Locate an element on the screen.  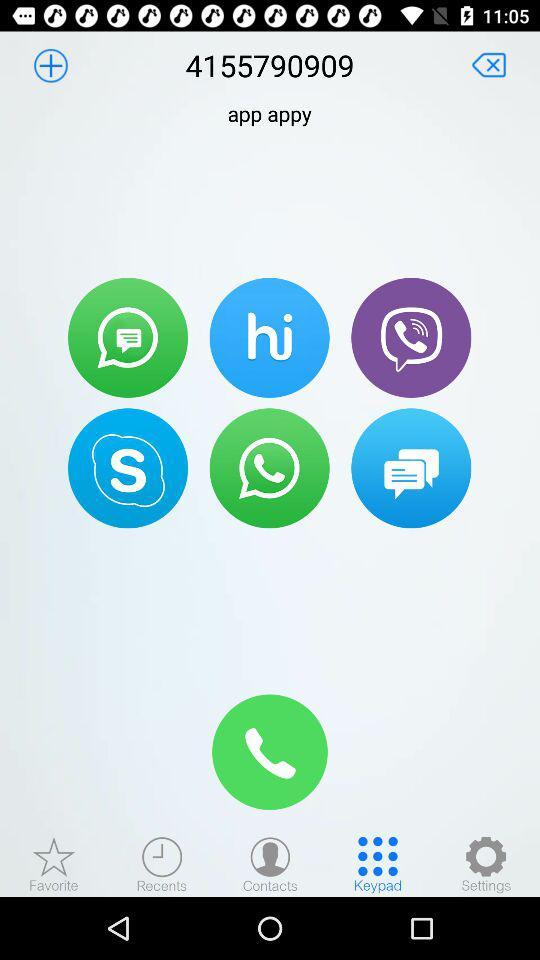
pressing this takes you to a chat is located at coordinates (410, 468).